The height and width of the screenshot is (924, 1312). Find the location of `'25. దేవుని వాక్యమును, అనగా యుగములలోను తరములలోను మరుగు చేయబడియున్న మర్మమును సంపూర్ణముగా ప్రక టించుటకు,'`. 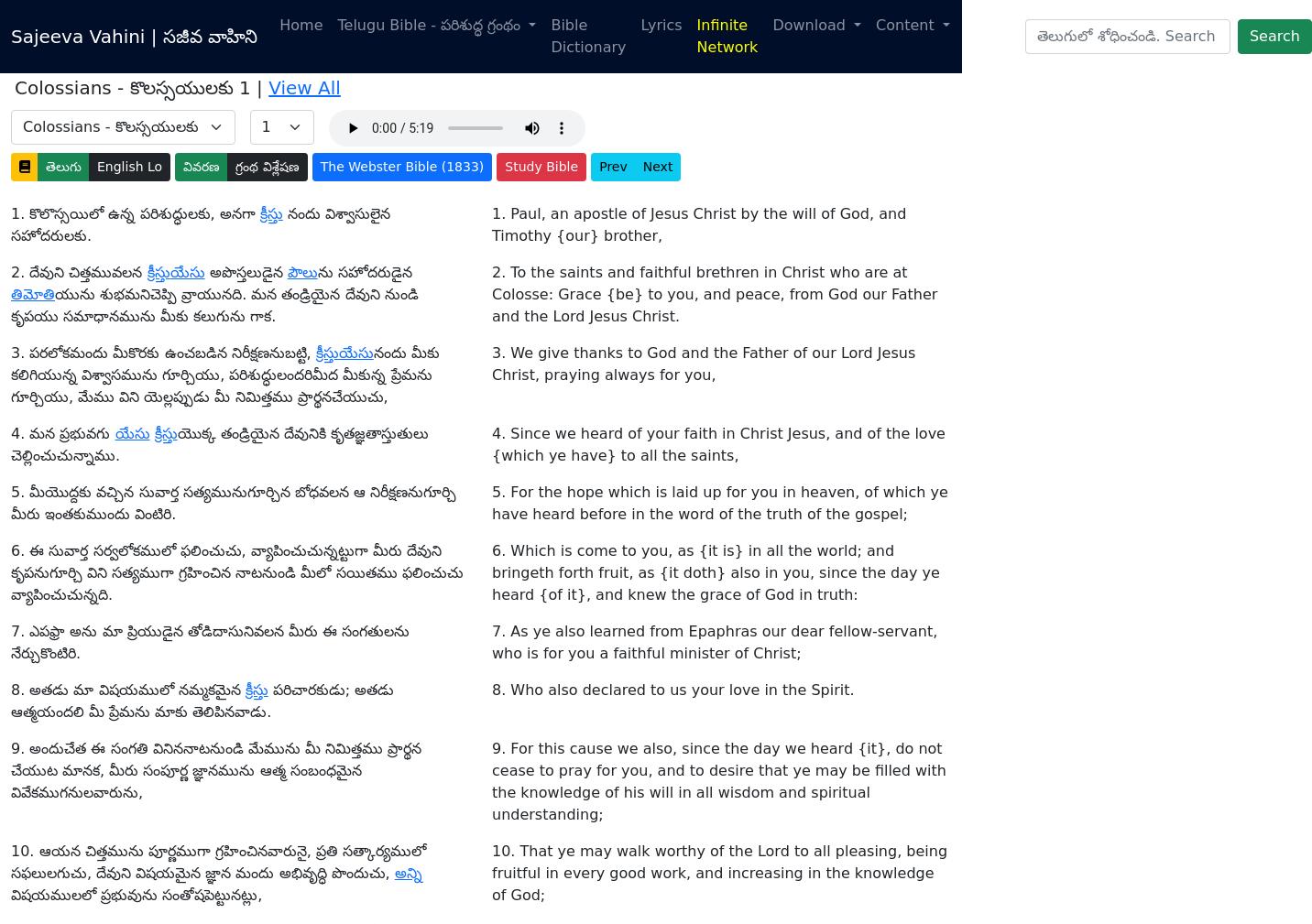

'25. దేవుని వాక్యమును, అనగా యుగములలోను తరములలోను మరుగు చేయబడియున్న మర్మమును సంపూర్ణముగా ప్రక టించుటకు,' is located at coordinates (215, 213).